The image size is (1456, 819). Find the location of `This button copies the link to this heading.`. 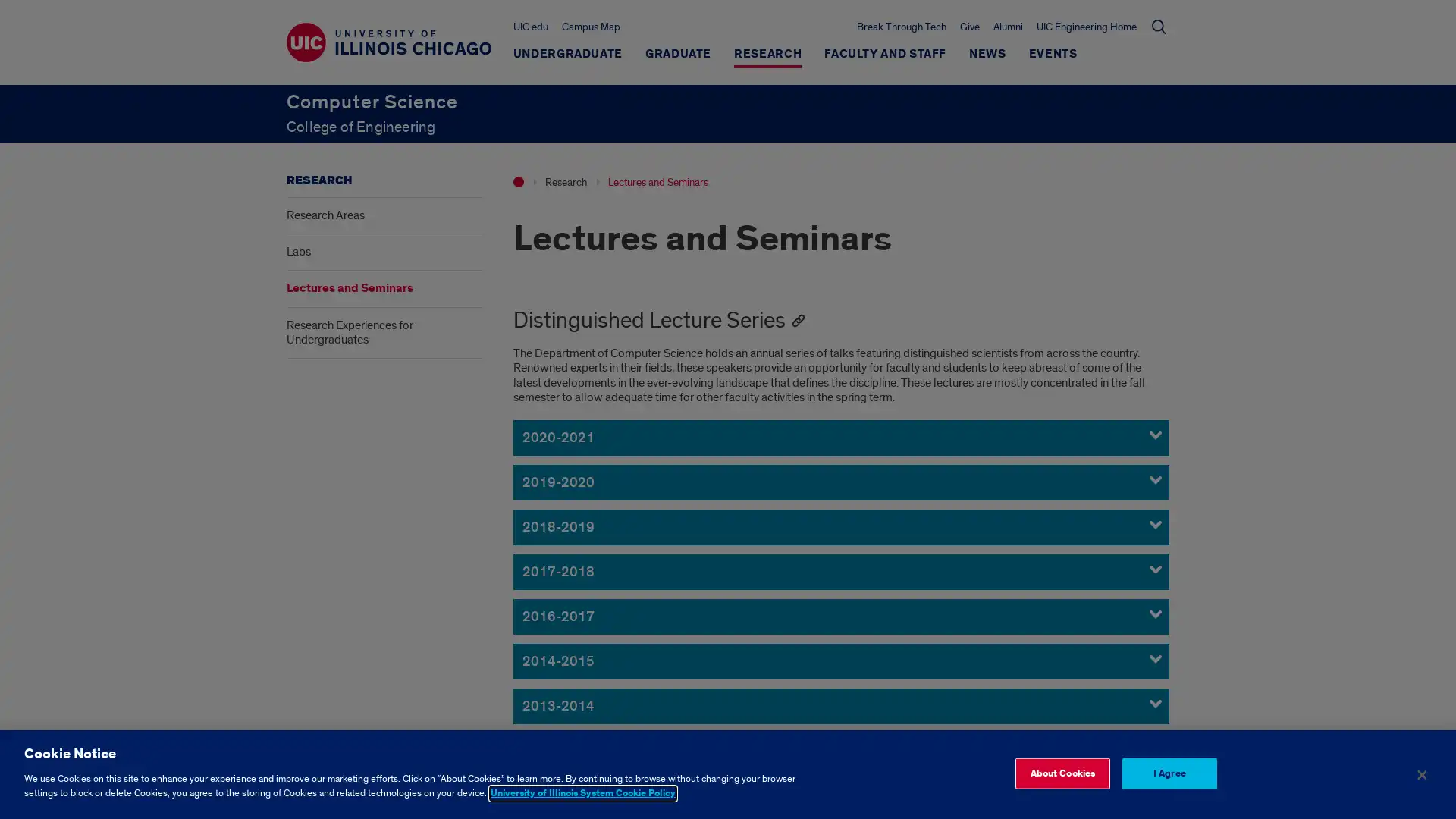

This button copies the link to this heading. is located at coordinates (796, 320).